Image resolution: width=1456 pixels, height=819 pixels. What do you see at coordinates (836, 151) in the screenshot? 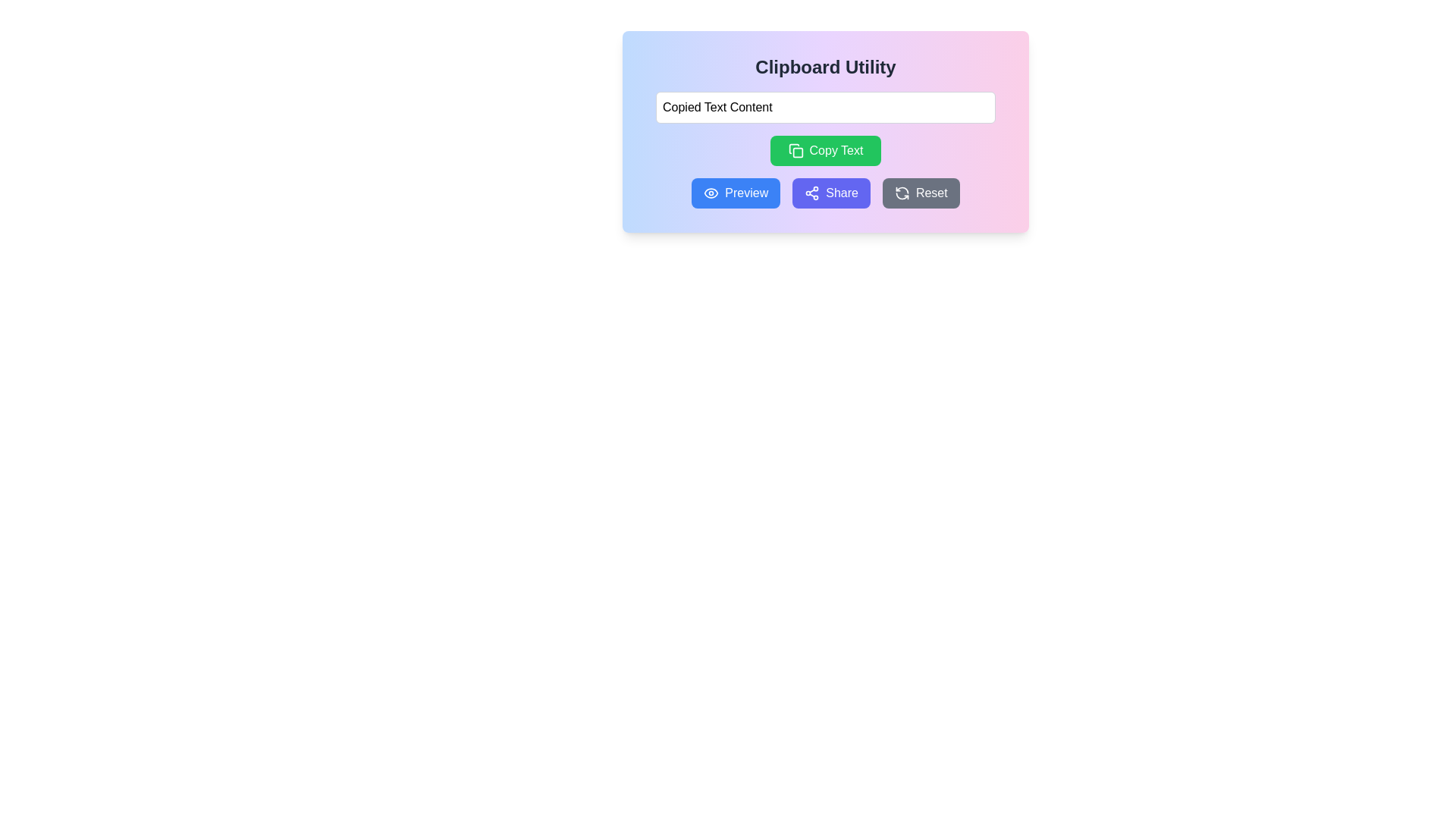
I see `the Text label within the green 'Copy Text' button, which clarifies its purpose for copying text to the clipboard` at bounding box center [836, 151].